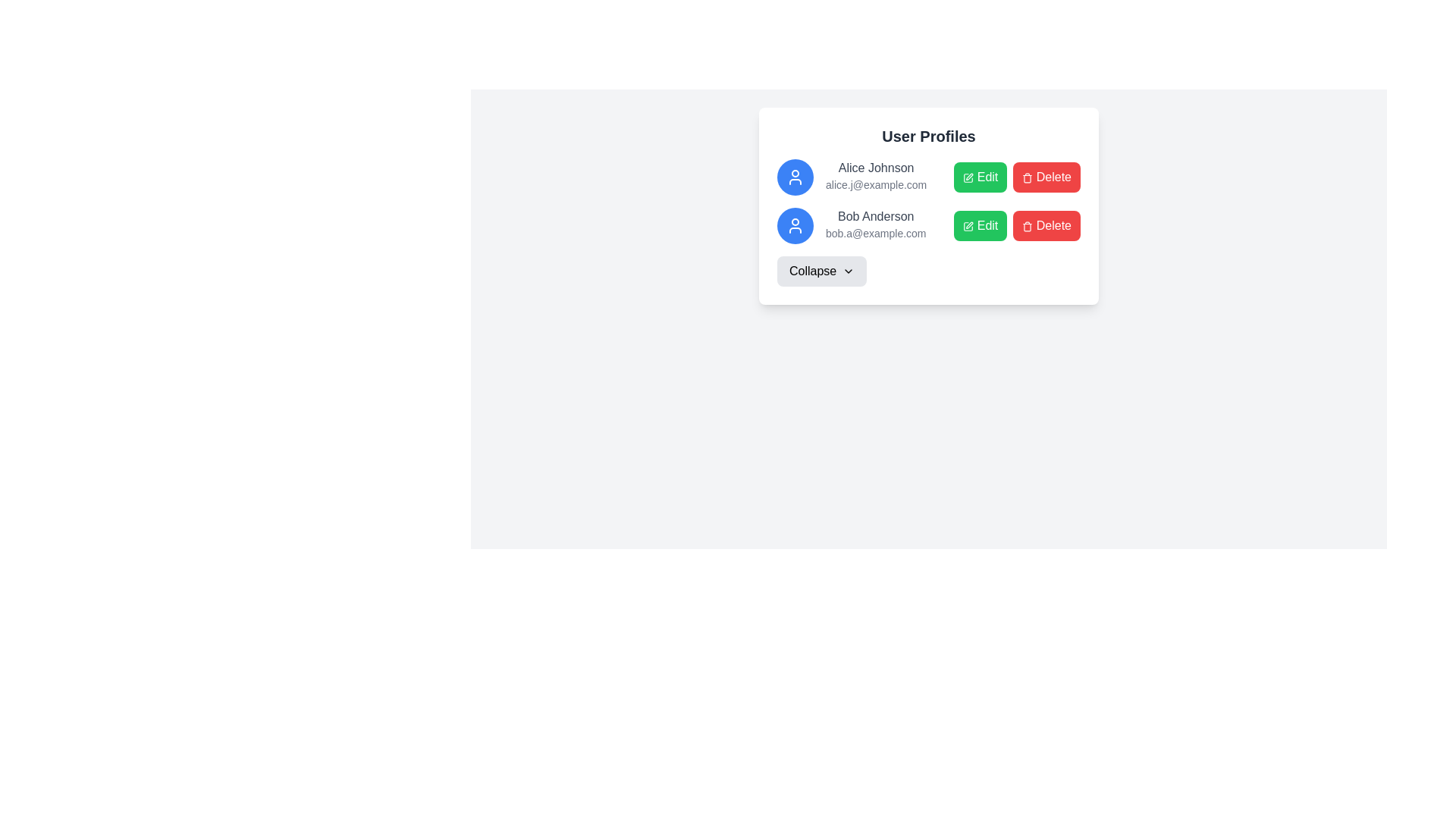  I want to click on the button group containing actionable buttons, so click(1017, 225).